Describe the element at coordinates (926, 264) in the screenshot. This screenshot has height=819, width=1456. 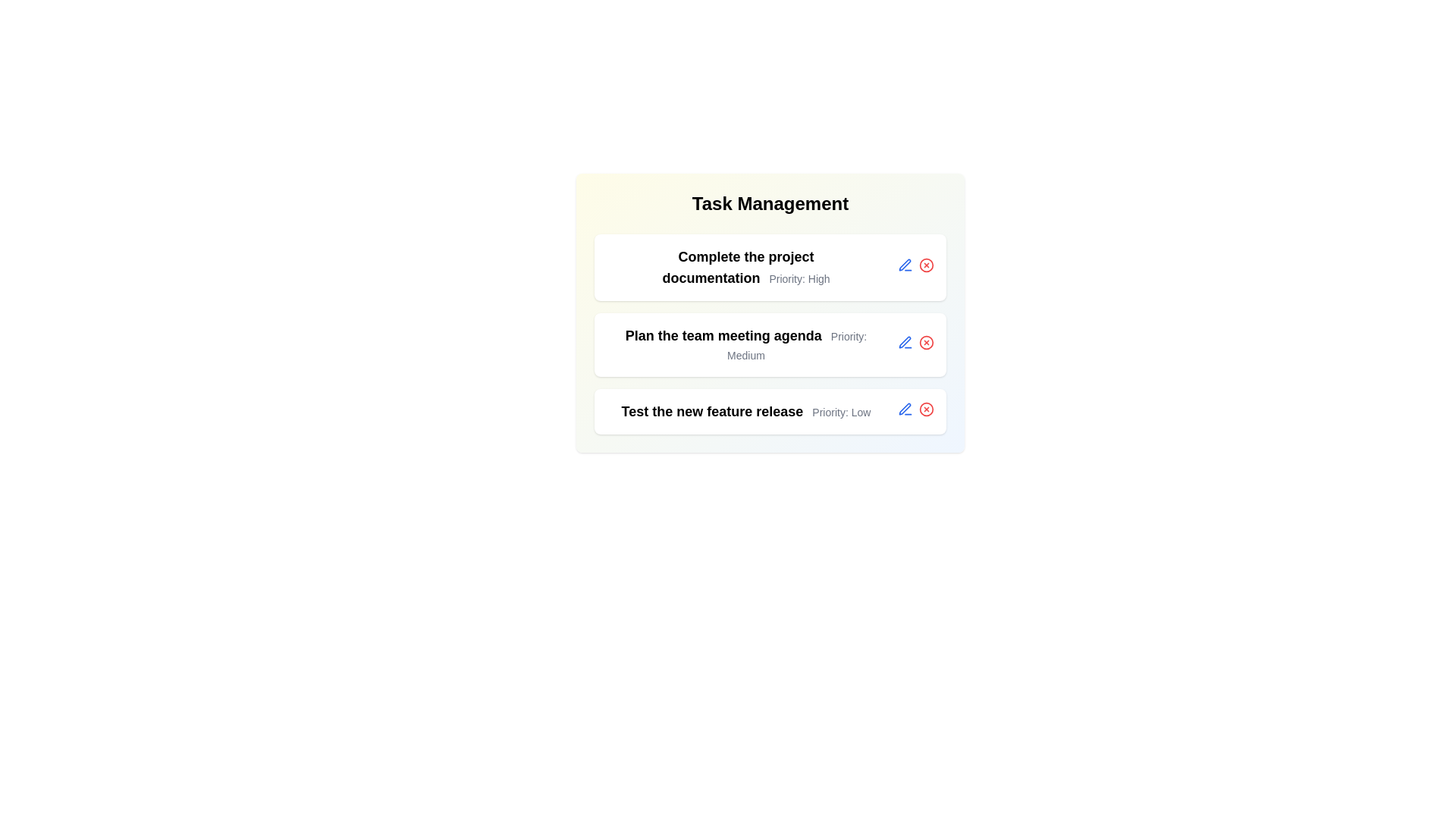
I see `delete button for the task titled 'Complete the project documentation'` at that location.